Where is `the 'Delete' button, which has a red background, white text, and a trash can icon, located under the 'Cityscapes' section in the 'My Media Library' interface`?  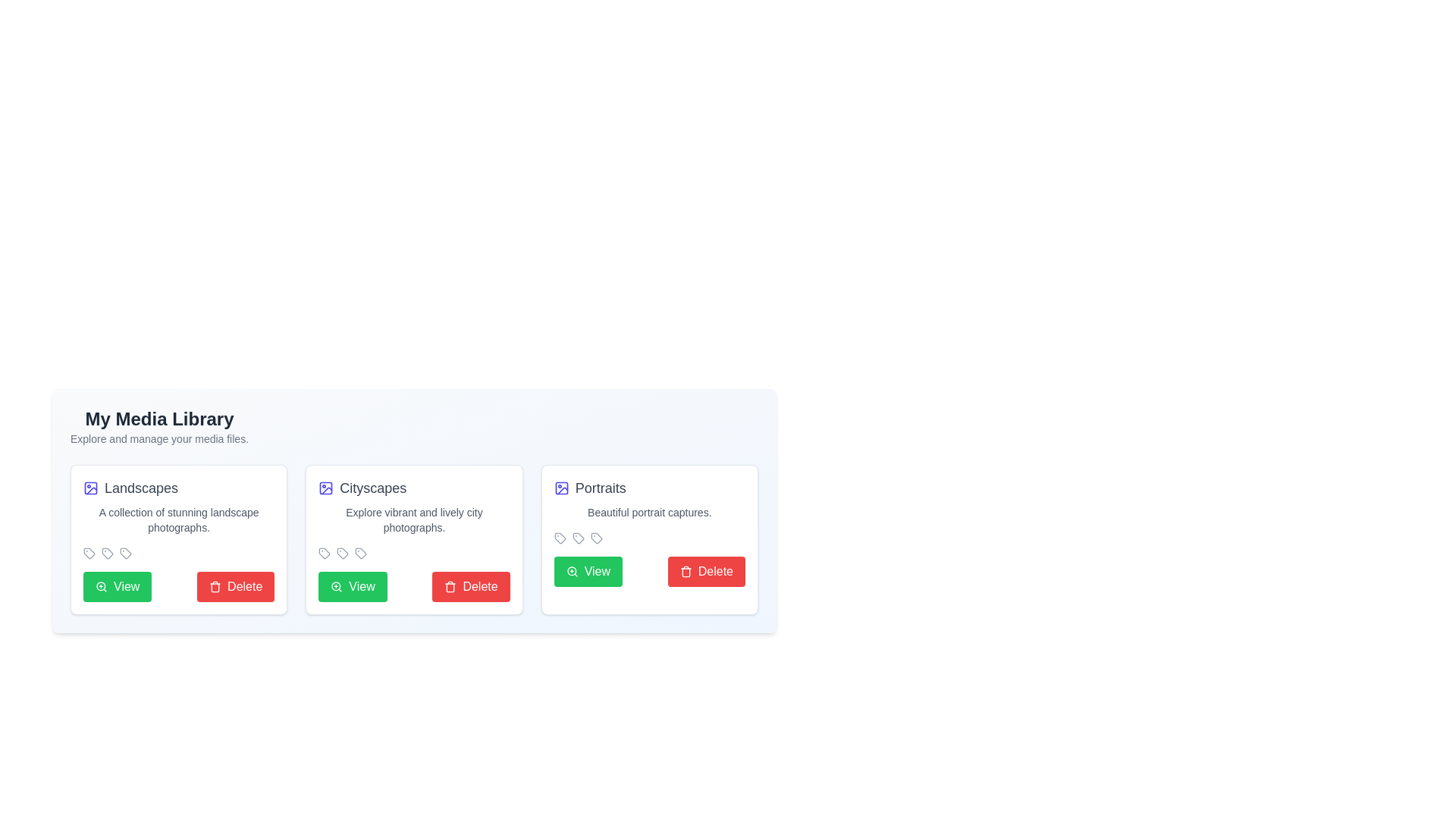
the 'Delete' button, which has a red background, white text, and a trash can icon, located under the 'Cityscapes' section in the 'My Media Library' interface is located at coordinates (470, 586).